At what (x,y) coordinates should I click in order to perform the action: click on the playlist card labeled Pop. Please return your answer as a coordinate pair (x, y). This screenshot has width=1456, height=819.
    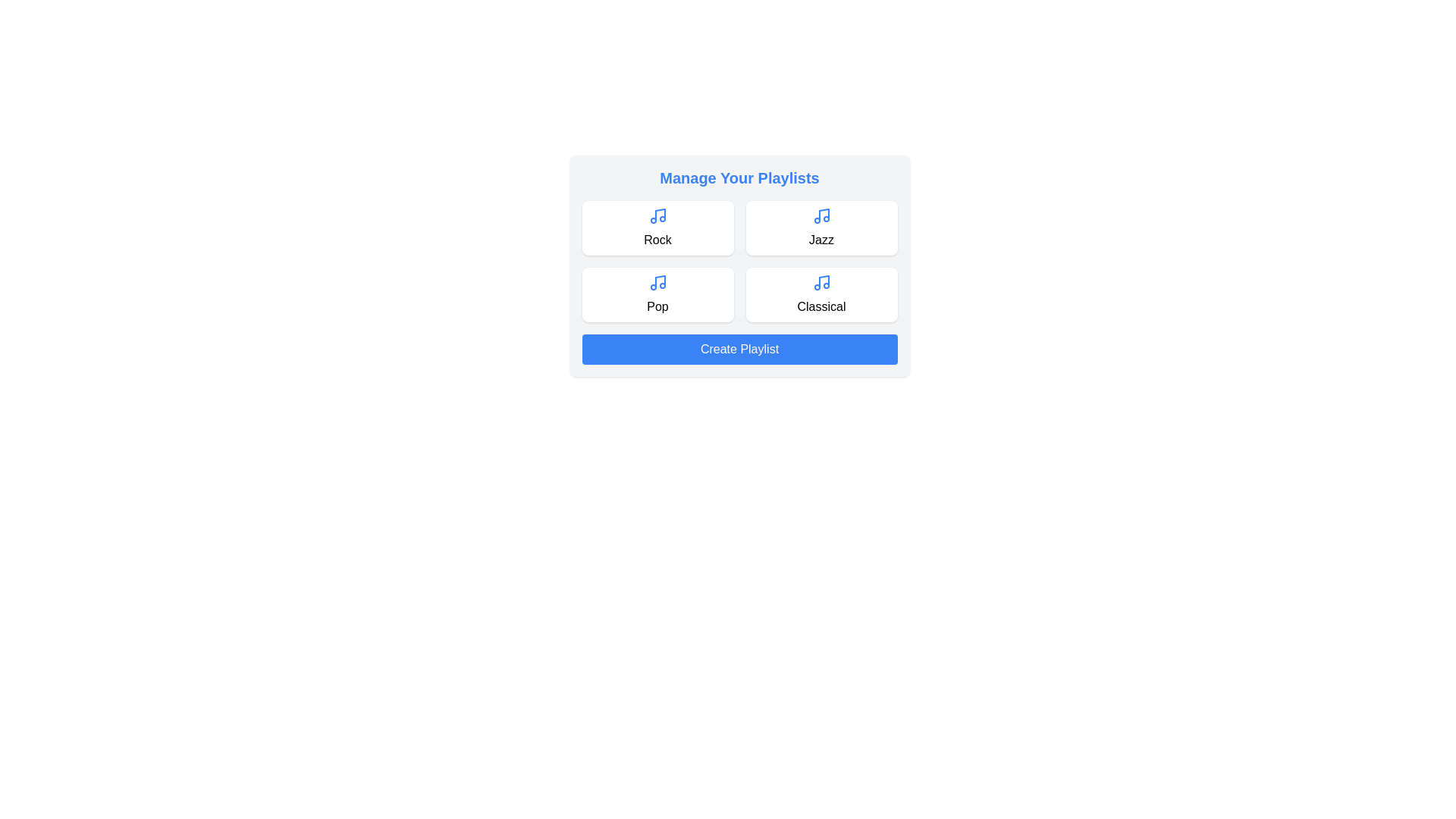
    Looking at the image, I should click on (657, 295).